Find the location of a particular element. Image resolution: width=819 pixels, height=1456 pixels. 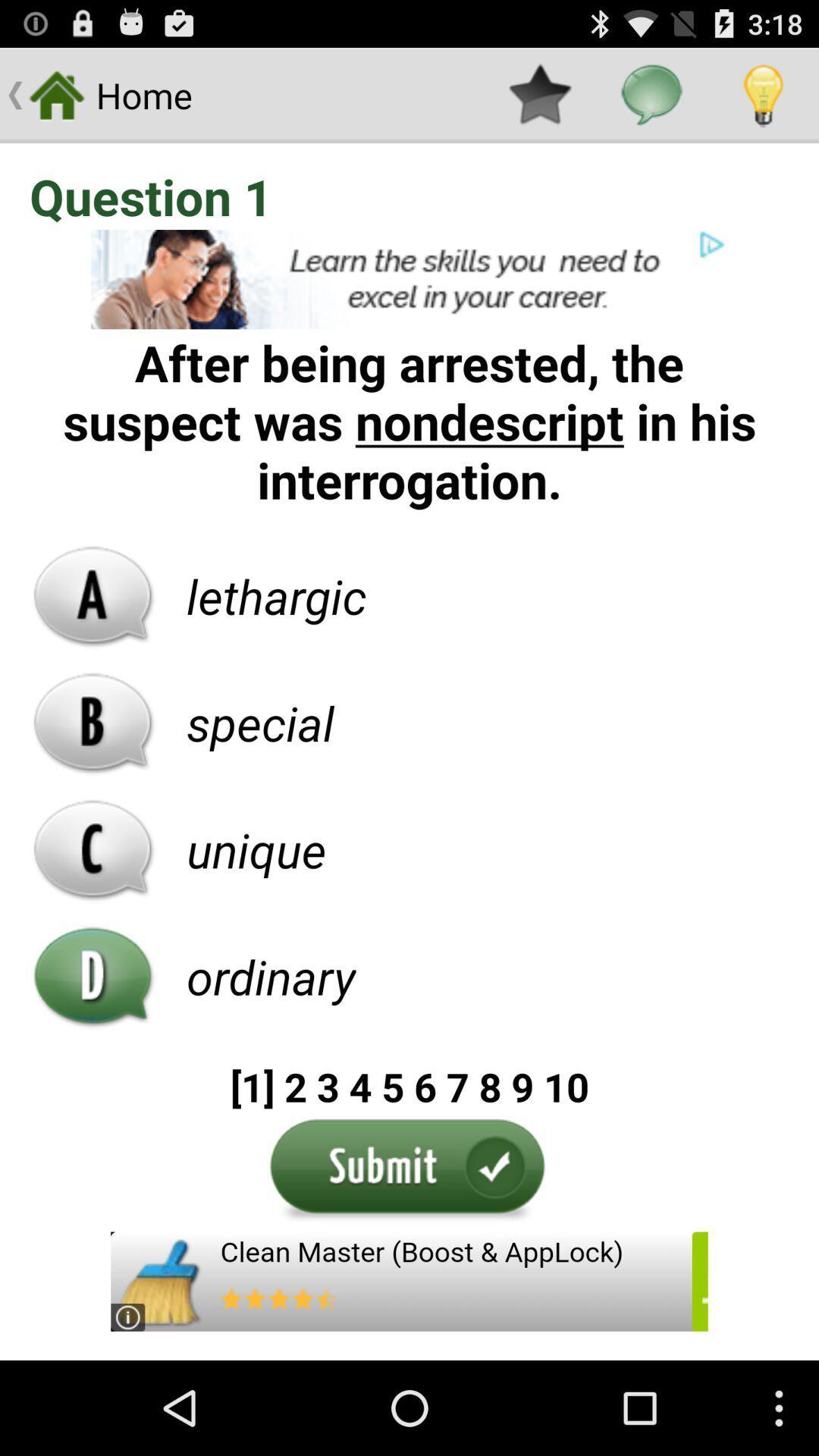

advertisement for clean master is located at coordinates (409, 1281).